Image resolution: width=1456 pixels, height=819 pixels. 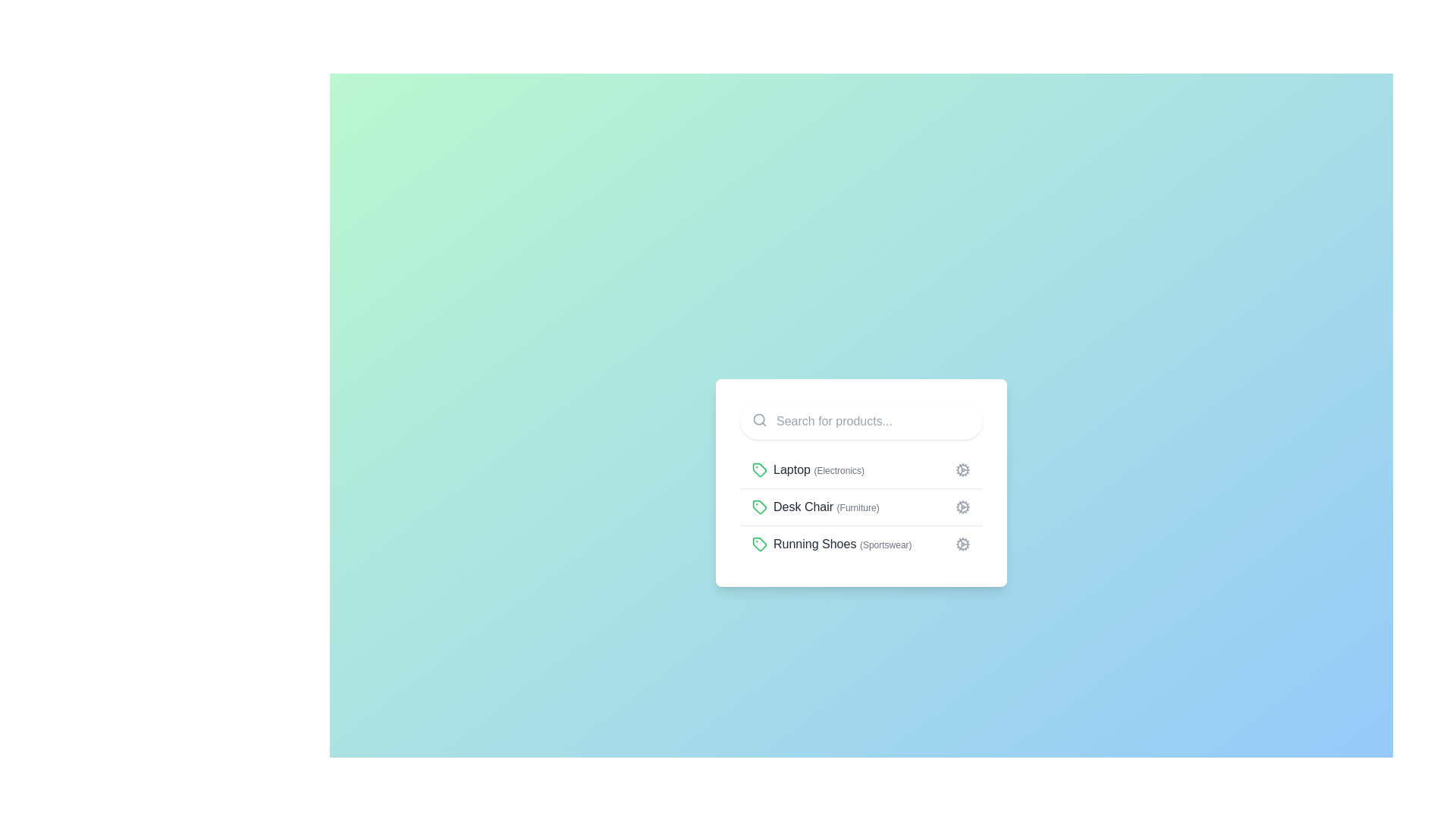 I want to click on the circular search icon element, which is the lens of the magnifying glass, located at the top left corner of the search input field on the white card, so click(x=759, y=419).